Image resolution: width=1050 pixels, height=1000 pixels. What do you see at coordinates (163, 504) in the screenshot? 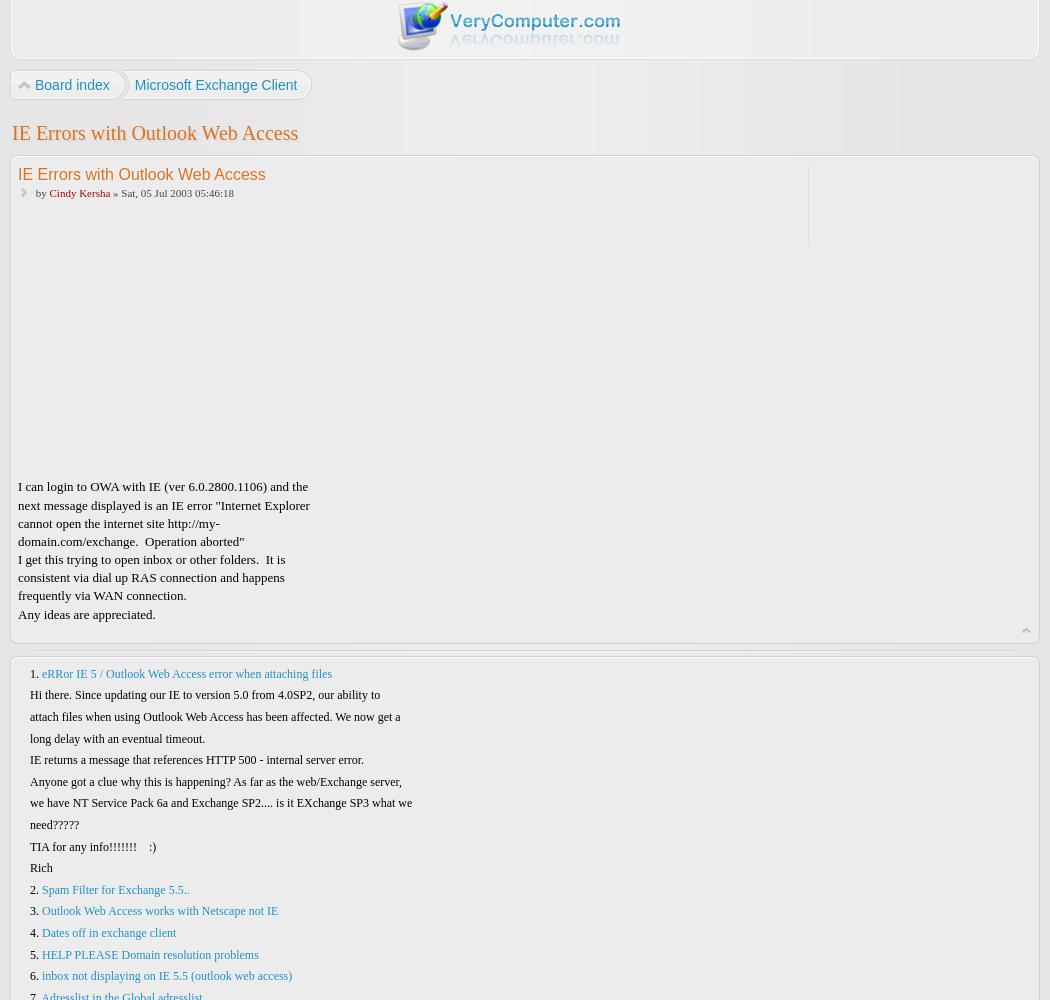
I see `'next message displayed is an IE error "Internet Explorer'` at bounding box center [163, 504].